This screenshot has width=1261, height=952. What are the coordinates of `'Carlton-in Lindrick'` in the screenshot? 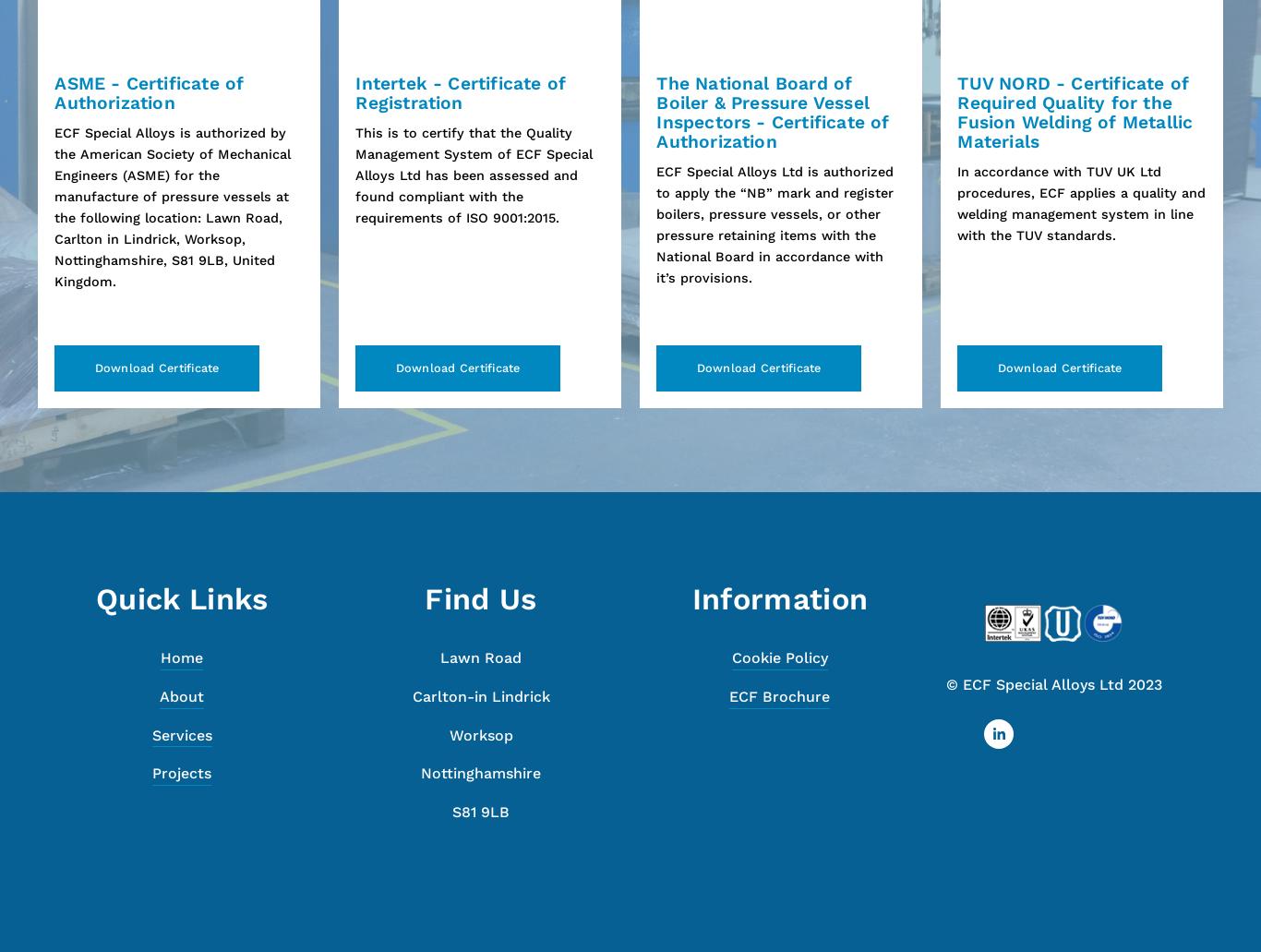 It's located at (480, 695).